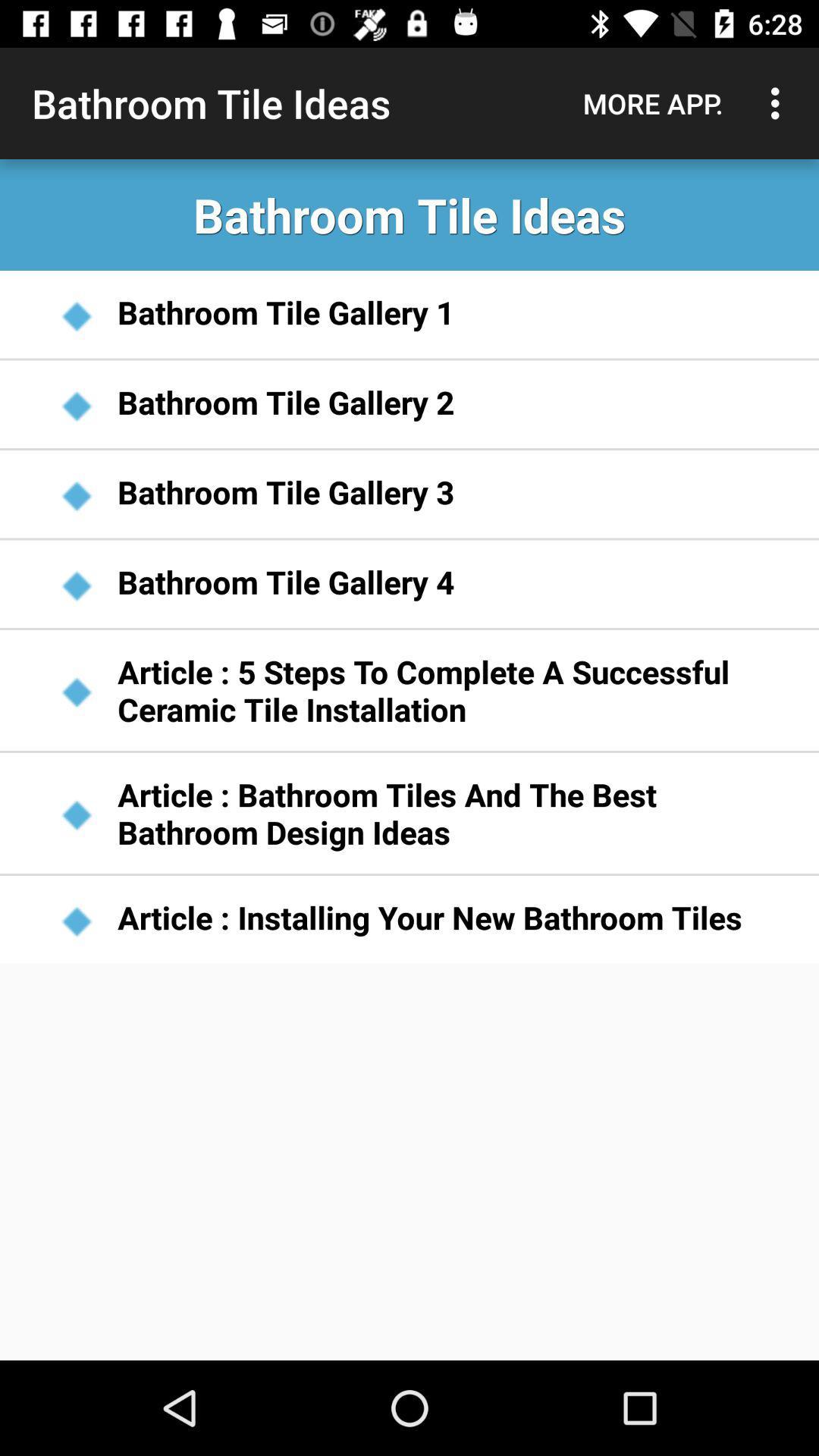 Image resolution: width=819 pixels, height=1456 pixels. I want to click on the item to the right of the bathroom tile ideas, so click(652, 102).